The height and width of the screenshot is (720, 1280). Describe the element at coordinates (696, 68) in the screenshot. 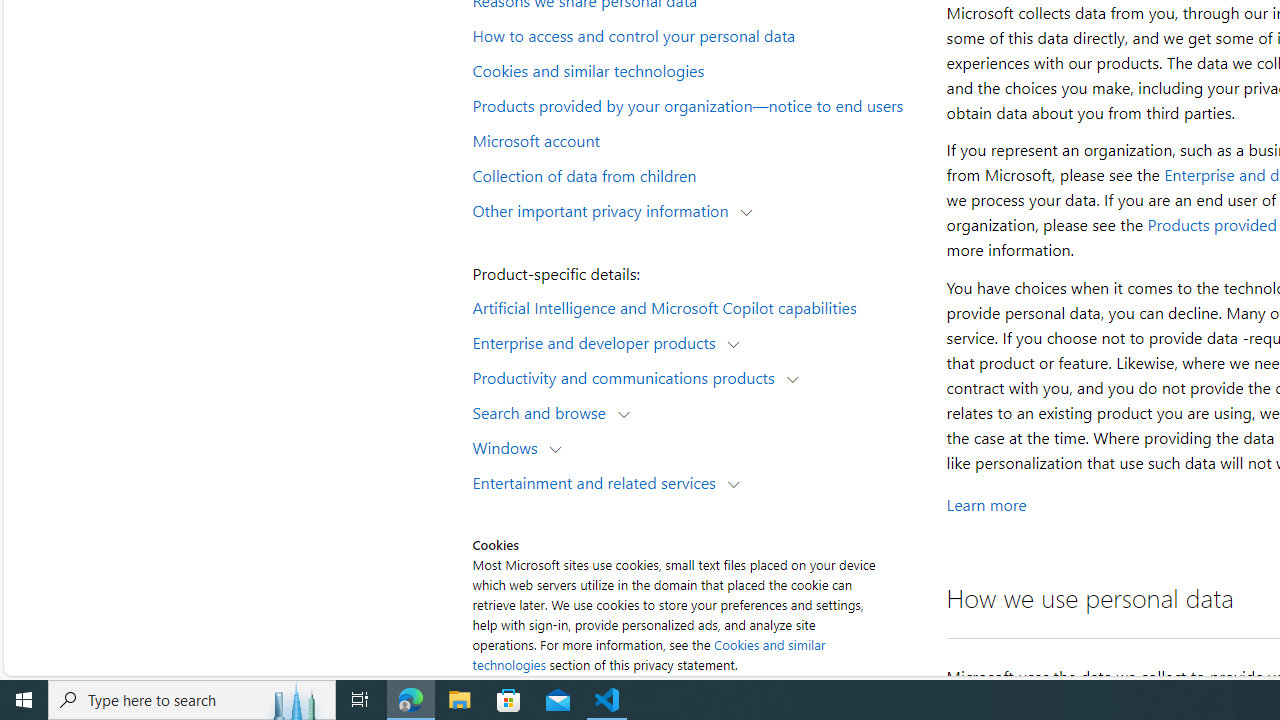

I see `'Cookies and similar technologies'` at that location.